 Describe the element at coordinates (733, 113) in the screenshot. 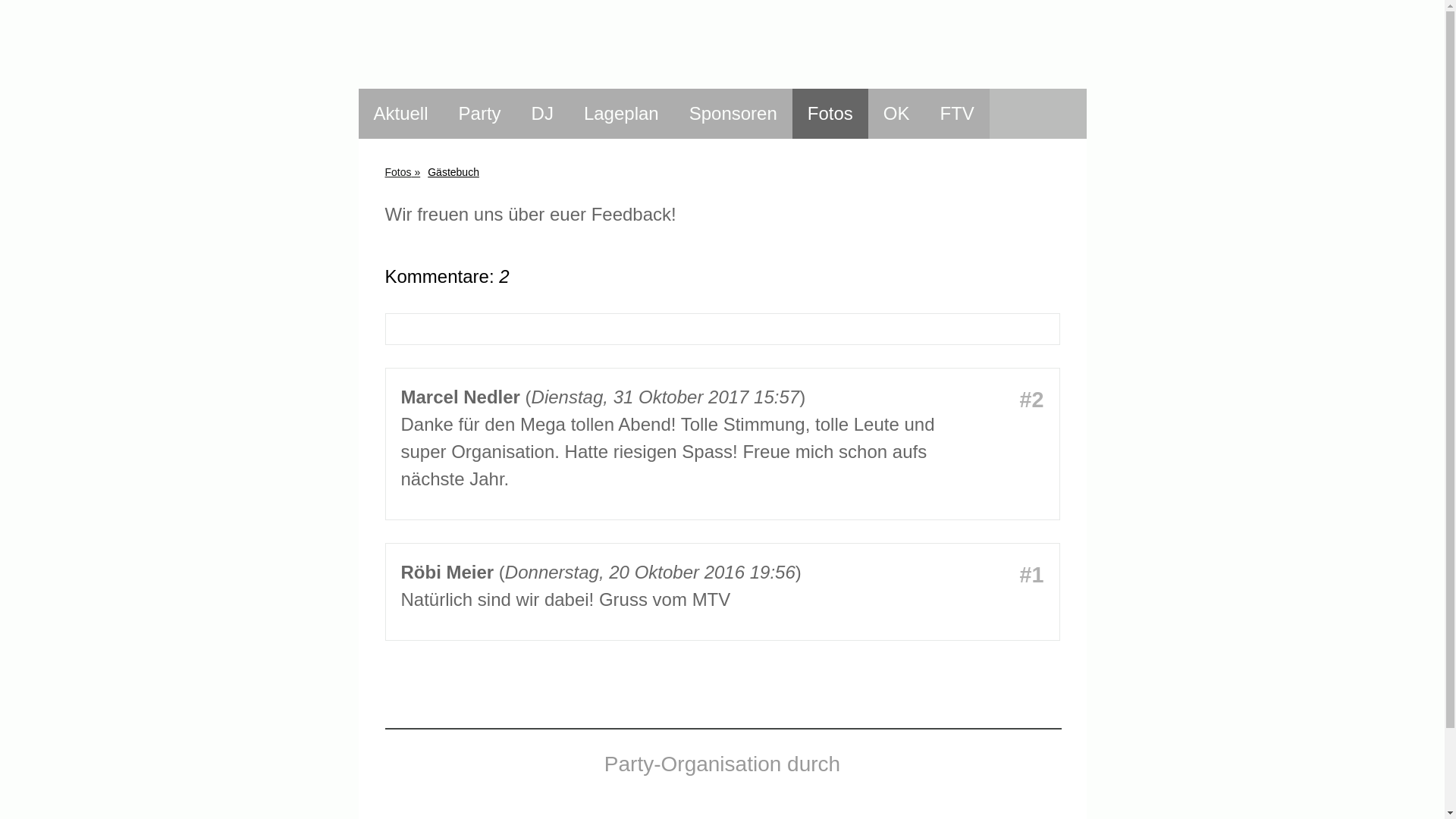

I see `'Sponsoren'` at that location.